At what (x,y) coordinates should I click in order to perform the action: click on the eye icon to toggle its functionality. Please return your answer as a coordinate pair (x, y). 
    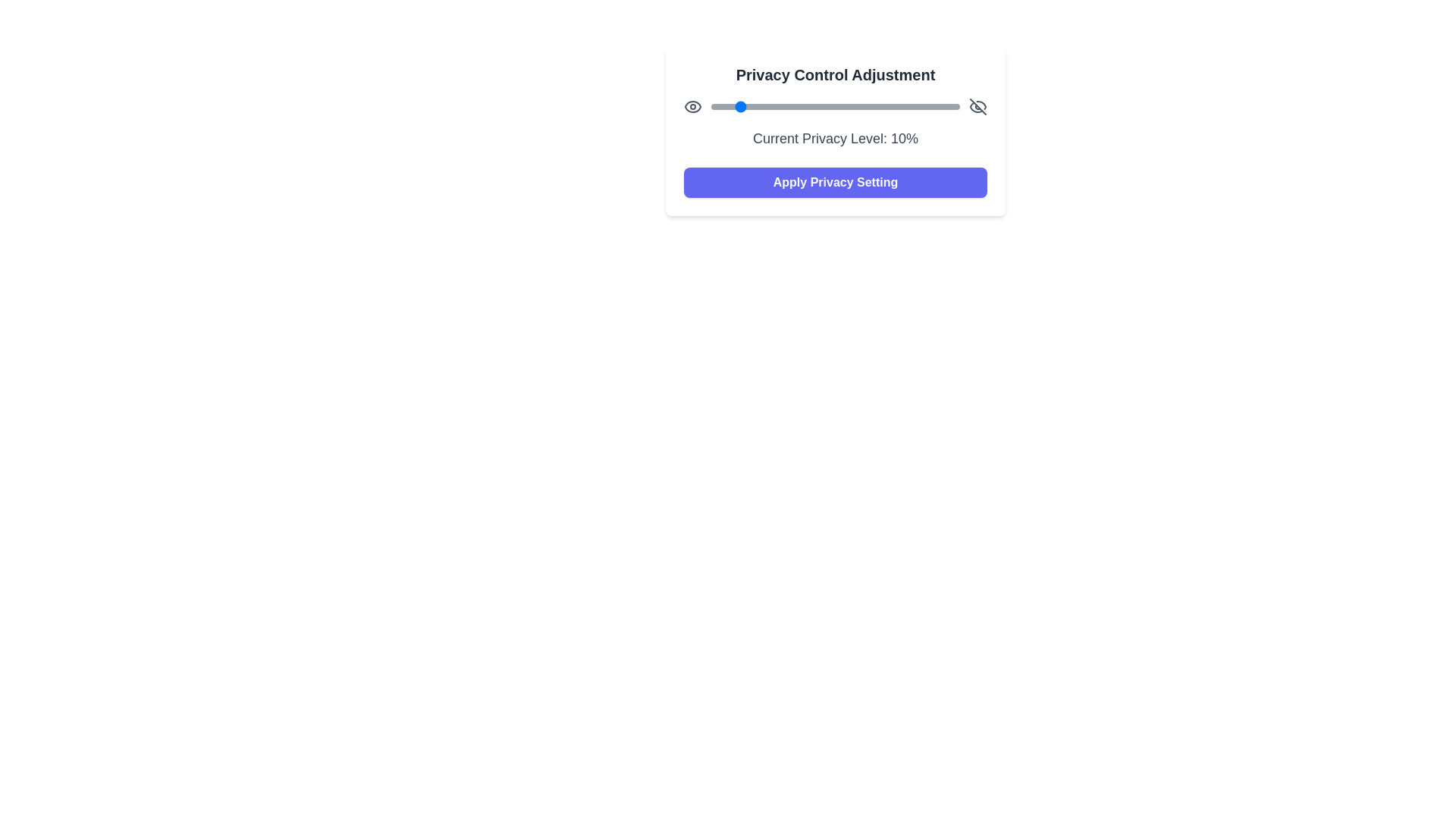
    Looking at the image, I should click on (692, 106).